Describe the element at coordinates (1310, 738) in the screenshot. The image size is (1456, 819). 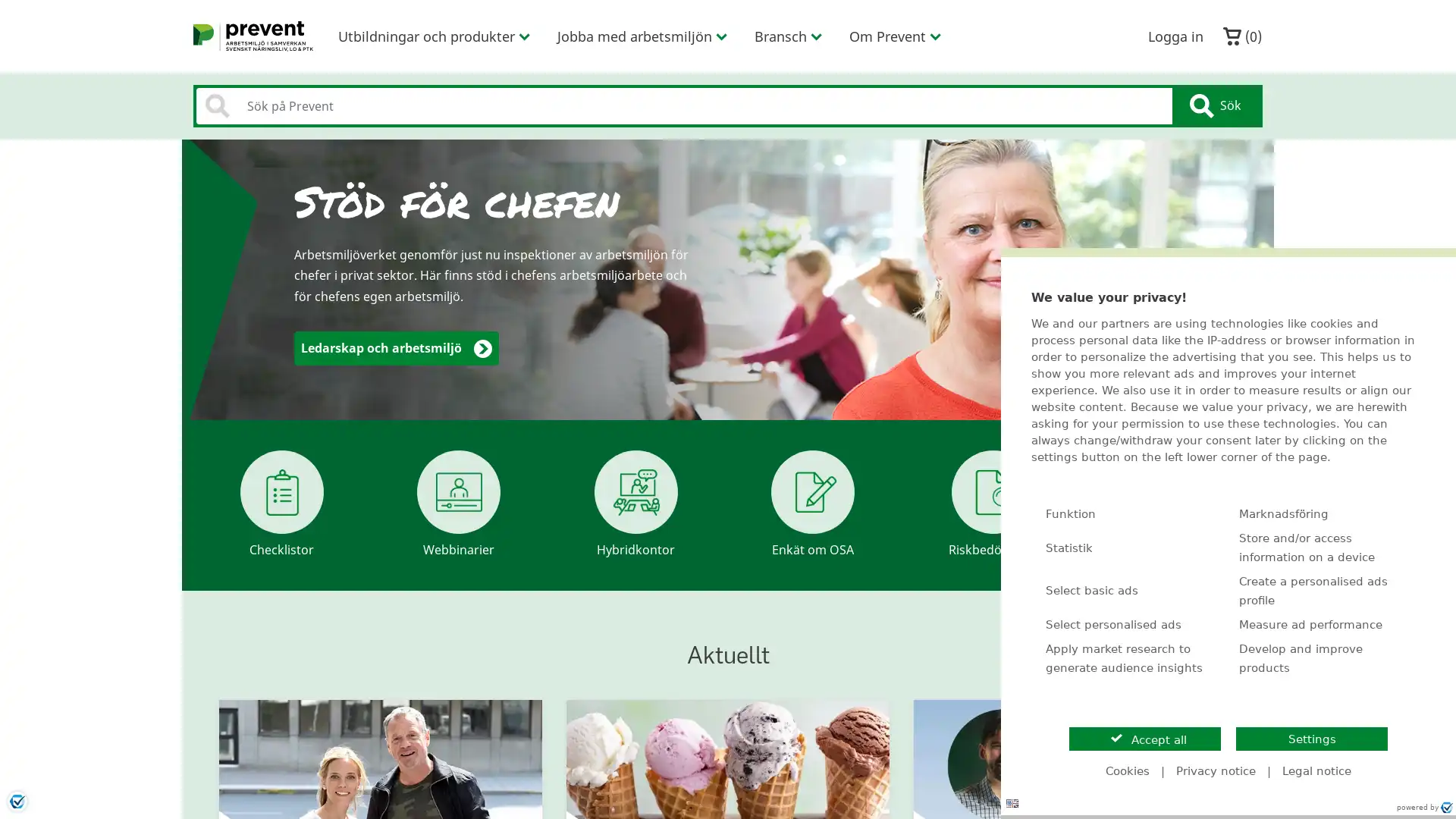
I see `Settings` at that location.